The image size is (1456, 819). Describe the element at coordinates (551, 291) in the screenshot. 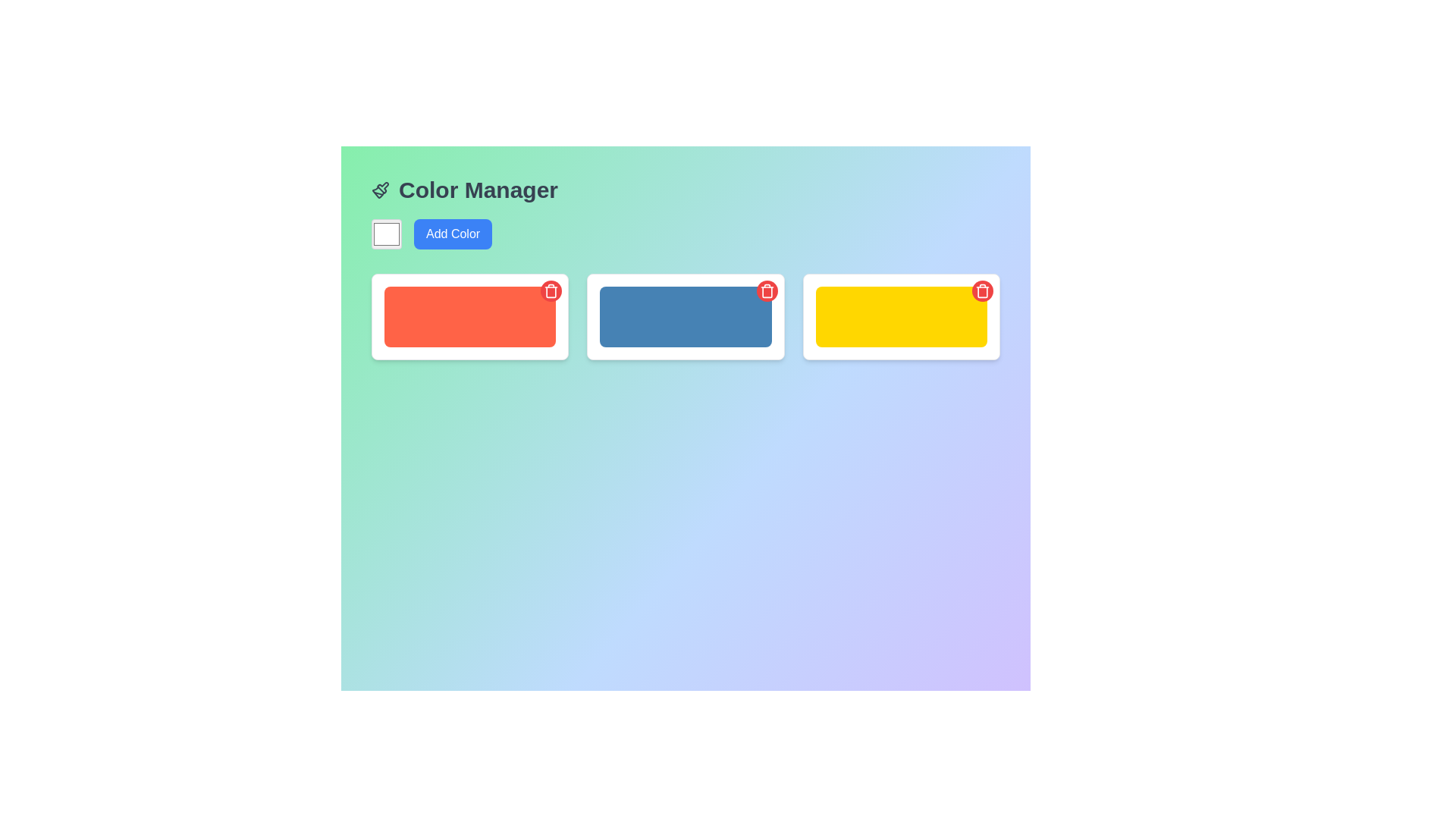

I see `the trash can icon button, which is a minimalistic red icon indicating deletion, located in the top-right corner of the leftmost red rectangular card` at that location.